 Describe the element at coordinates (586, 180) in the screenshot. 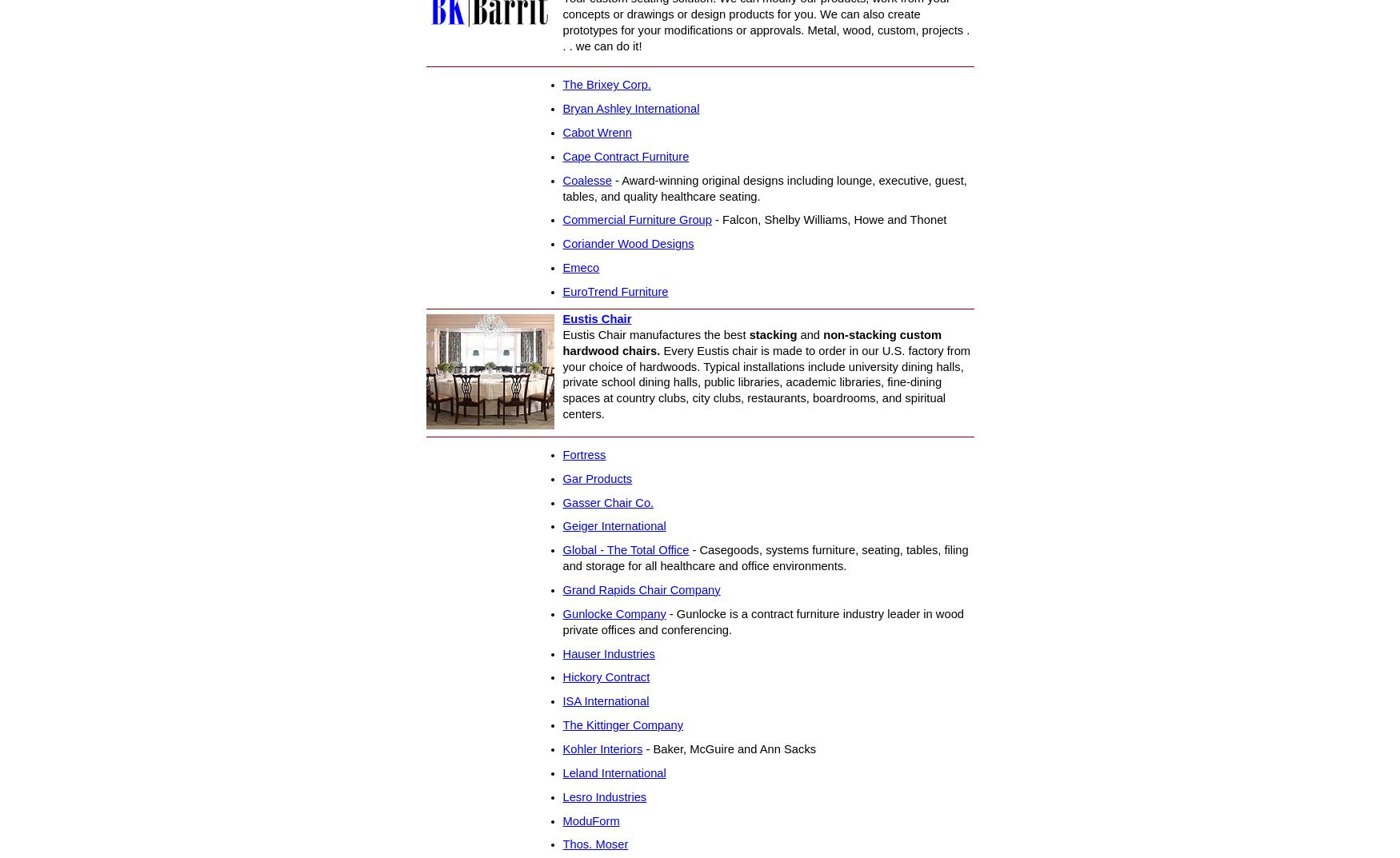

I see `'Coalesse'` at that location.